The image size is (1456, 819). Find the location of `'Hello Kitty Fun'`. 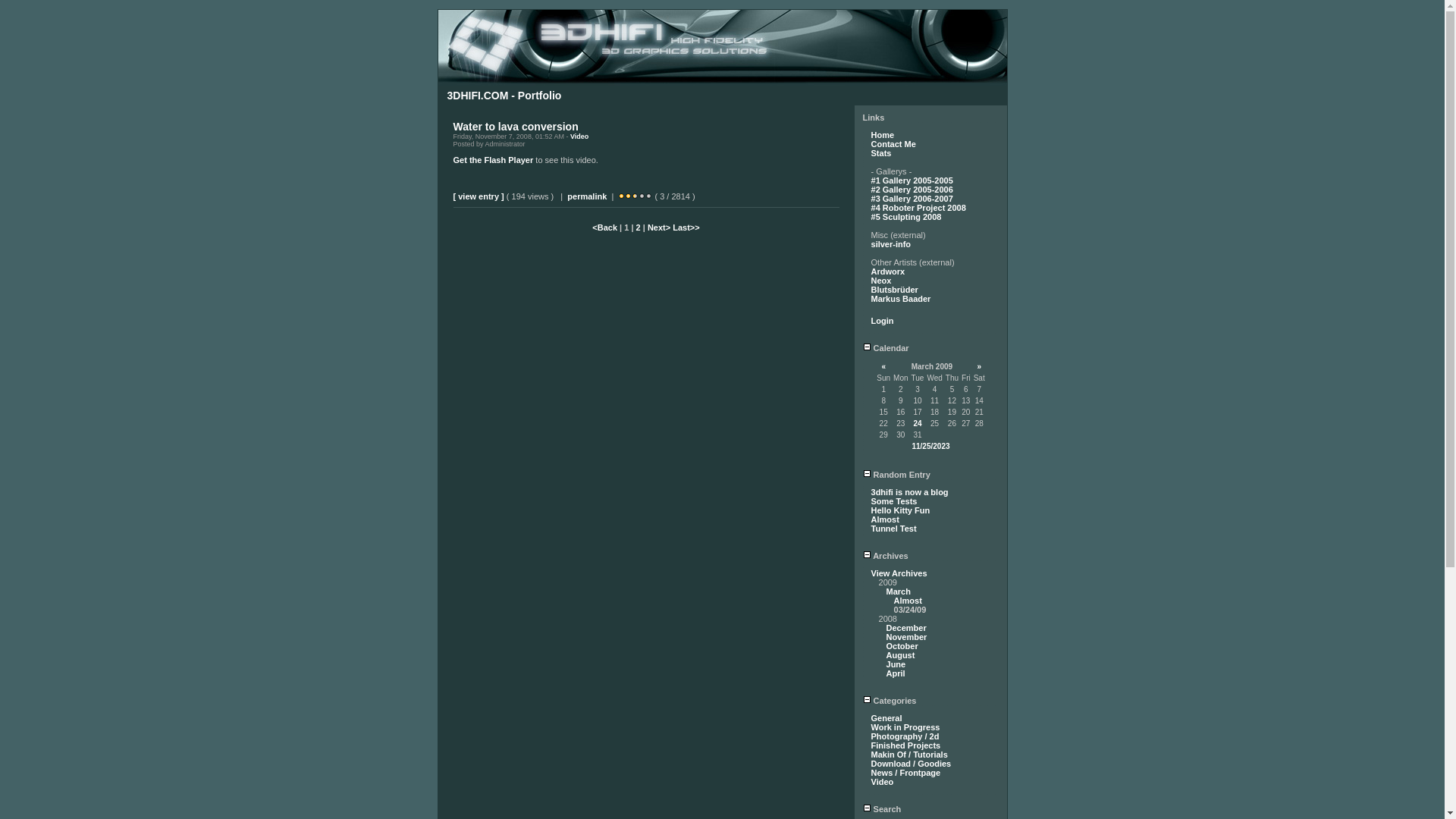

'Hello Kitty Fun' is located at coordinates (871, 510).